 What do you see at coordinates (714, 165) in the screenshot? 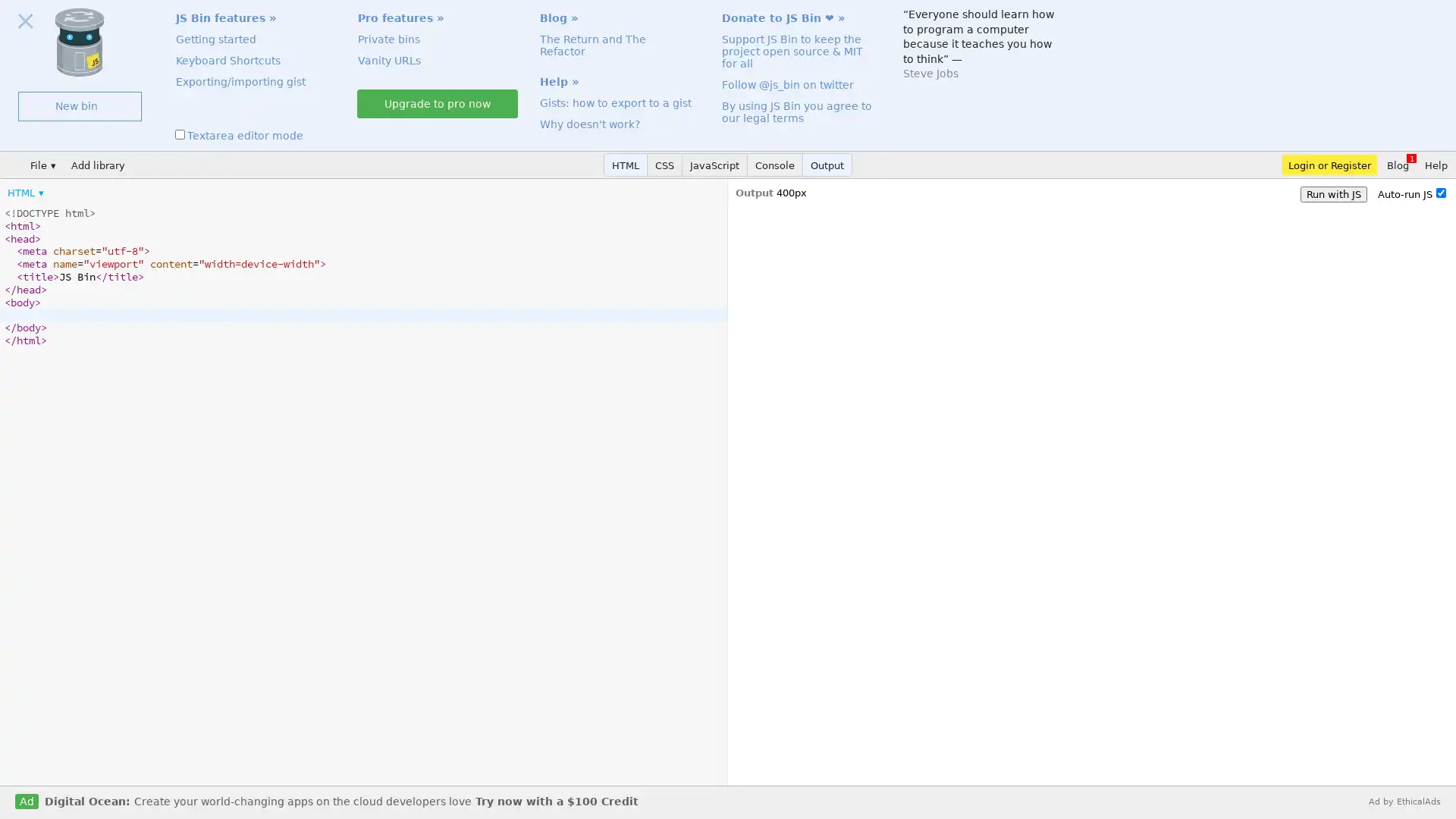
I see `JavaScript Panel: Inactive` at bounding box center [714, 165].